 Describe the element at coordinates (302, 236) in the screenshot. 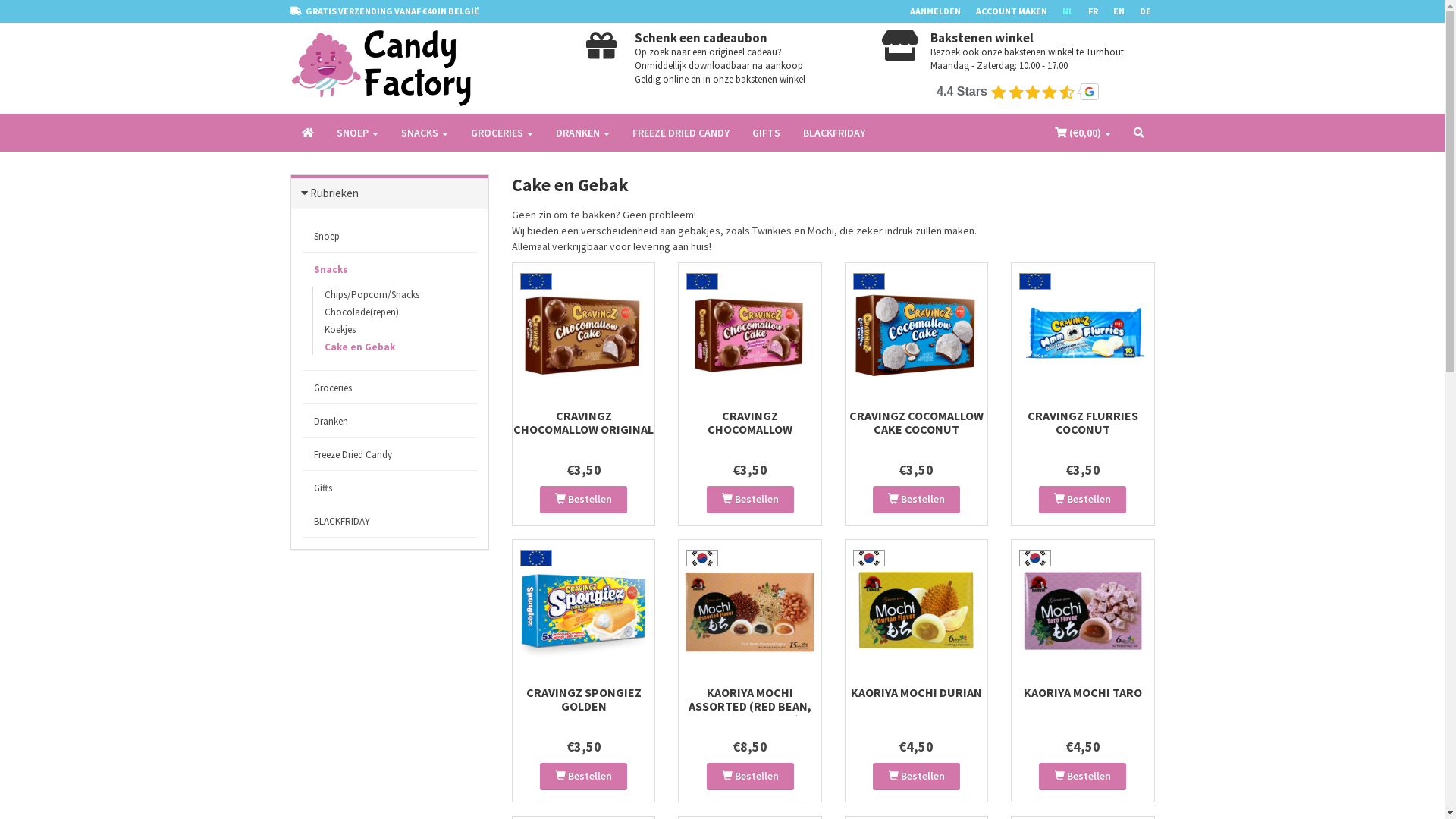

I see `'Snoep'` at that location.